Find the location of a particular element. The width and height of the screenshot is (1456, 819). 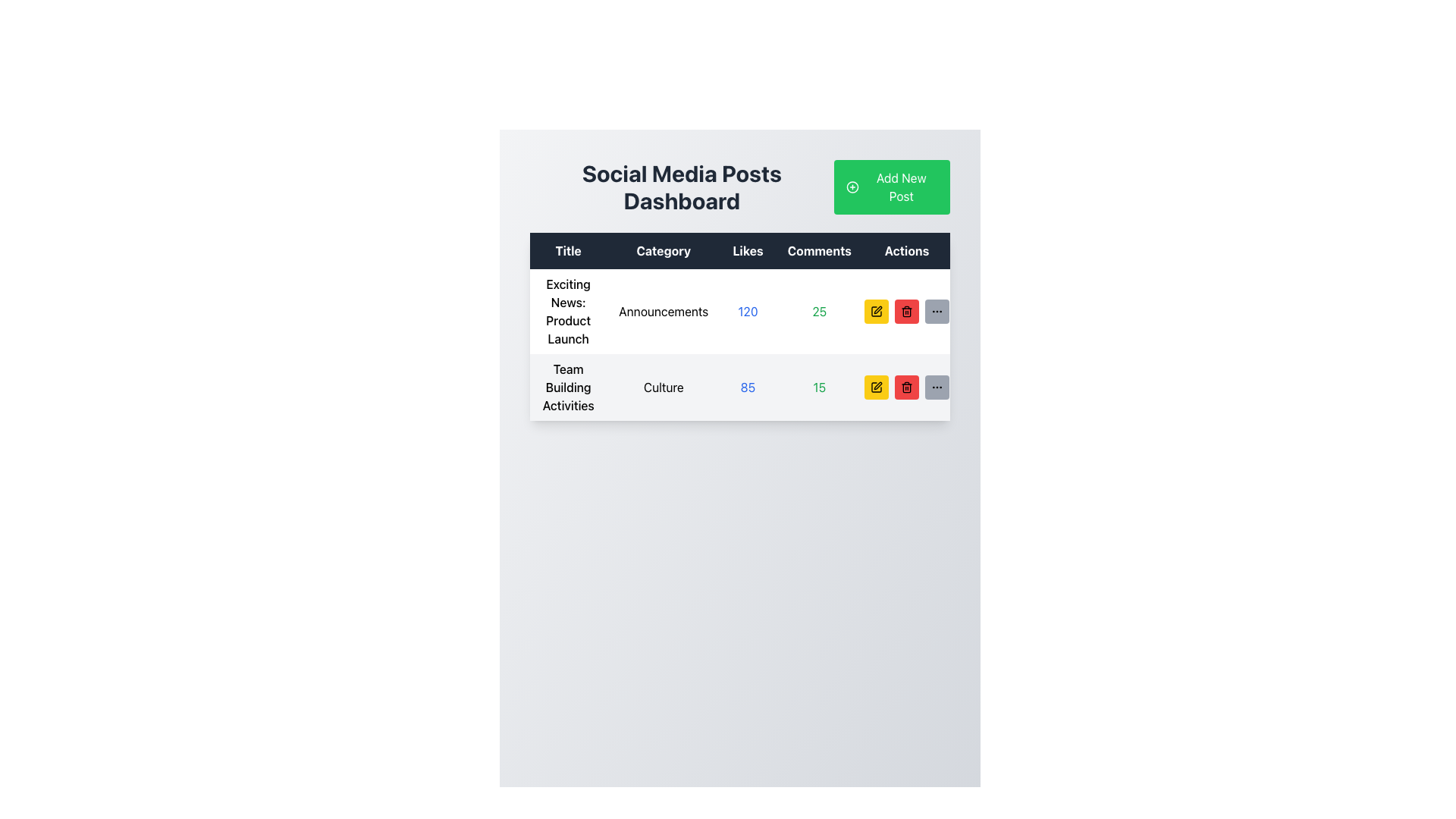

the textual content block that reads 'Exciting News: Product Launch' is located at coordinates (567, 311).